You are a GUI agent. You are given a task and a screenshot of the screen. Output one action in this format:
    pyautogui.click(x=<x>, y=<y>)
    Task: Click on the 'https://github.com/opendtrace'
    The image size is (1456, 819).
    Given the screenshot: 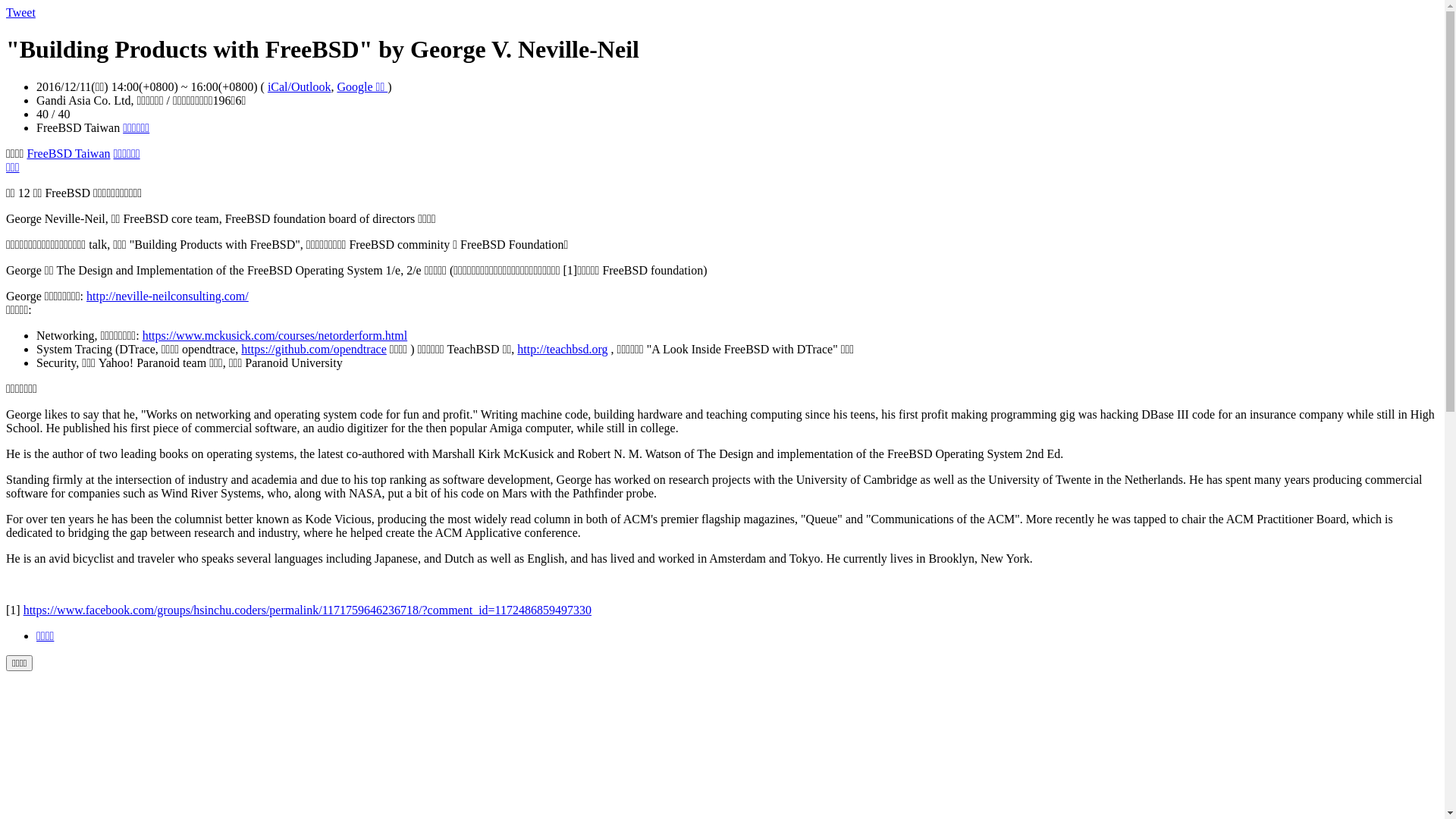 What is the action you would take?
    pyautogui.click(x=312, y=349)
    